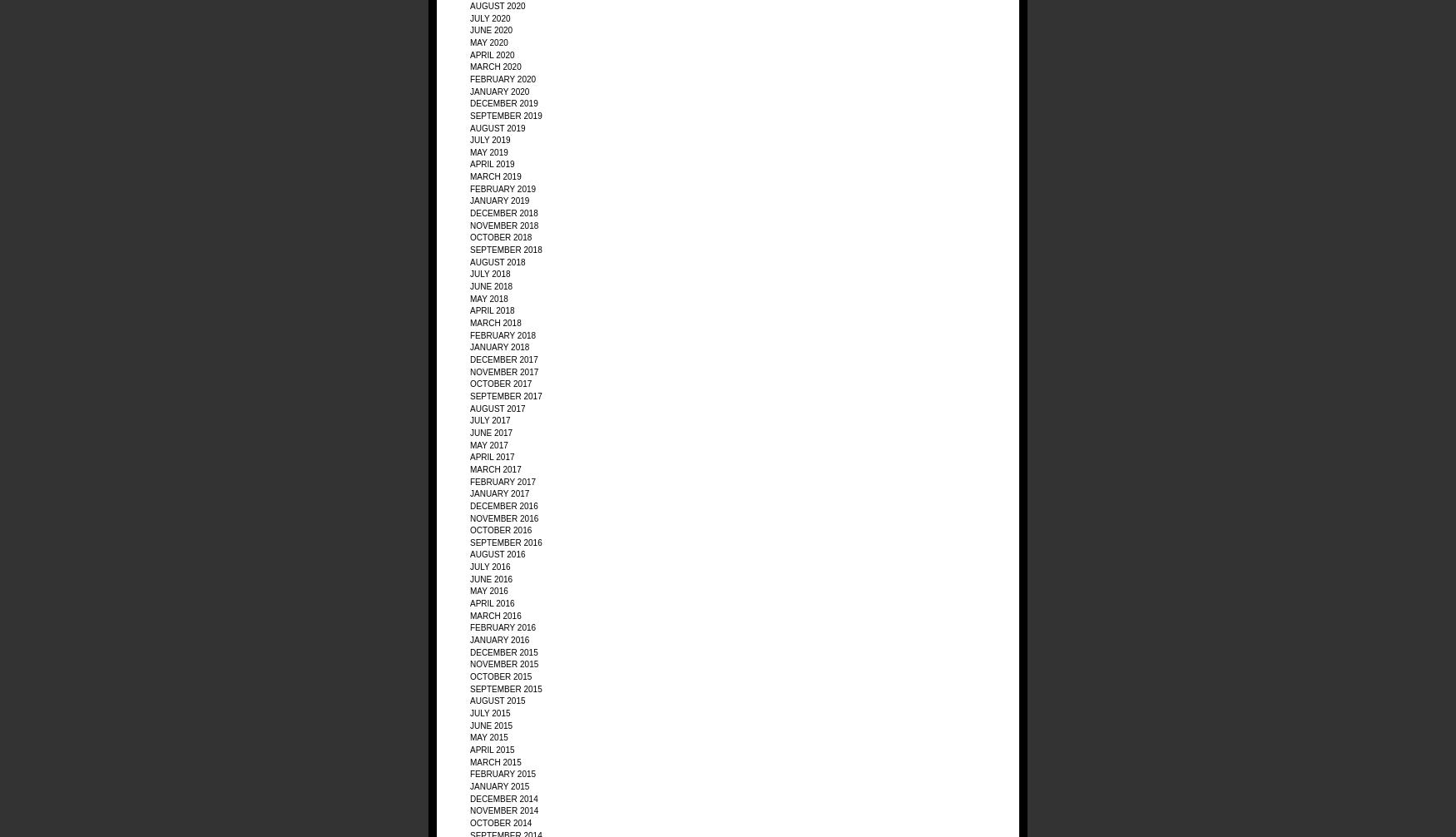 This screenshot has height=837, width=1456. What do you see at coordinates (501, 236) in the screenshot?
I see `'October 2018'` at bounding box center [501, 236].